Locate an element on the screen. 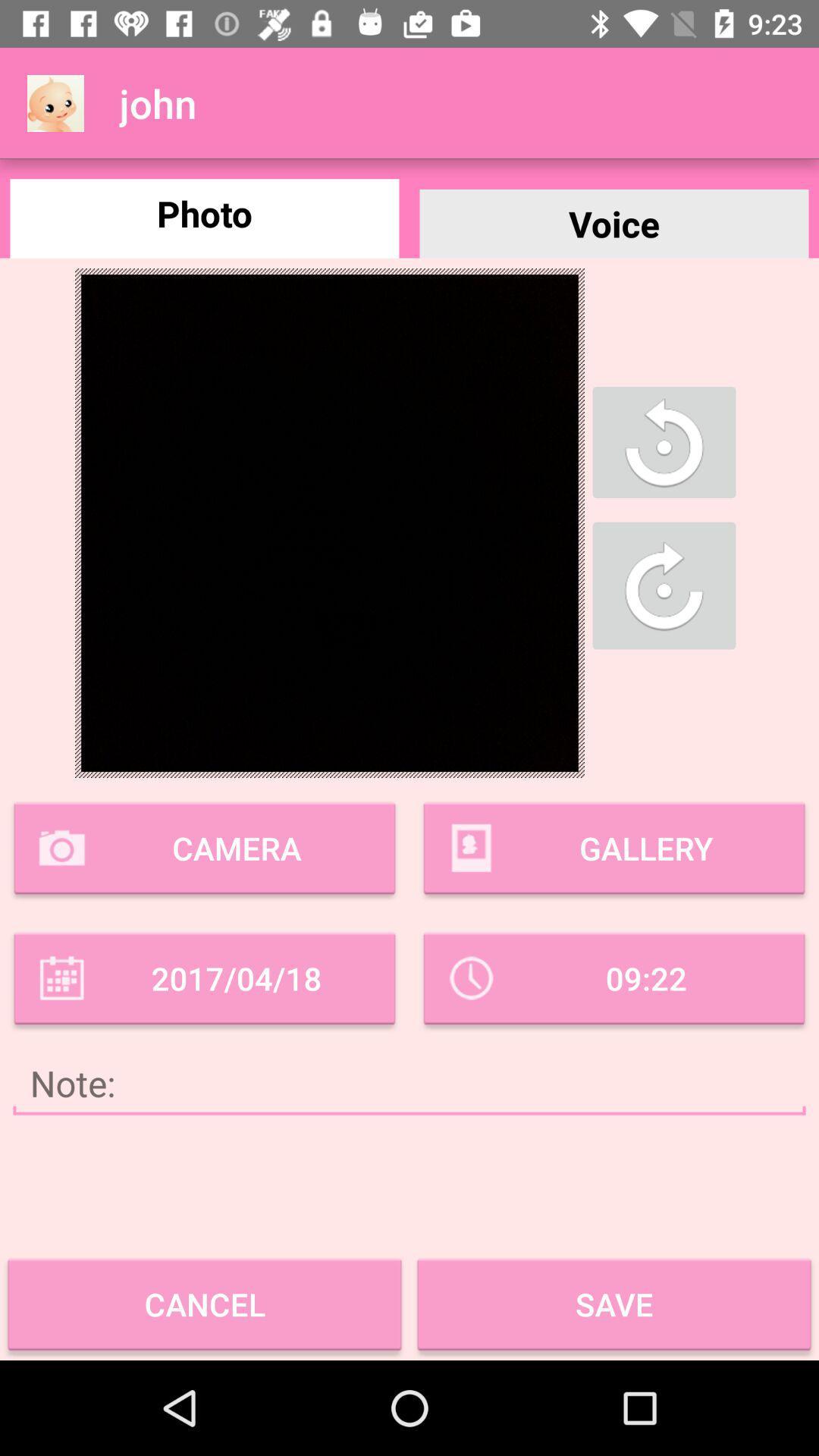  the refresh icon is located at coordinates (663, 441).